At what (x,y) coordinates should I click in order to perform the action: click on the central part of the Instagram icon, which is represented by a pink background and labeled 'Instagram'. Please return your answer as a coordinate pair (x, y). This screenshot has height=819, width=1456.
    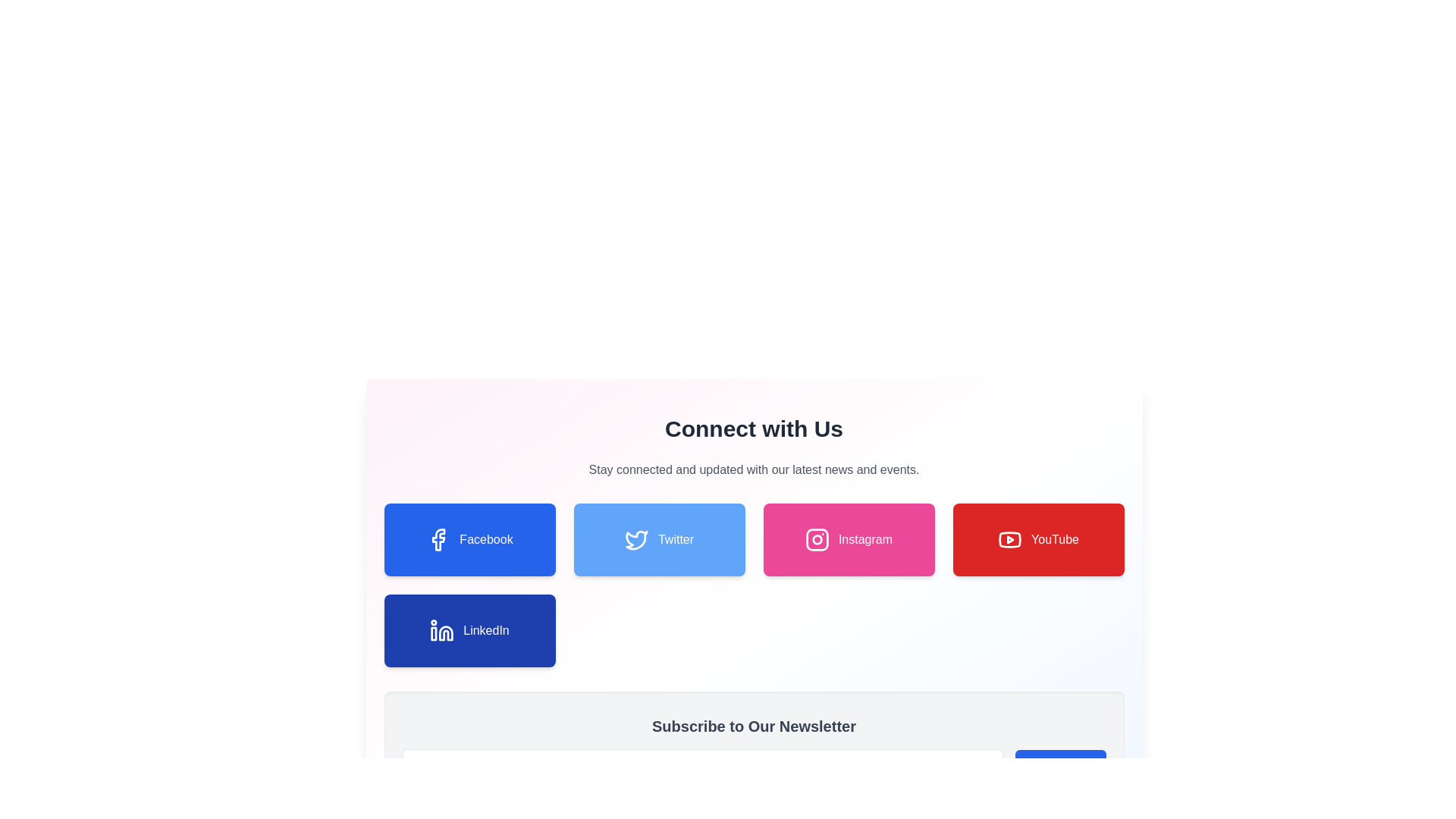
    Looking at the image, I should click on (816, 538).